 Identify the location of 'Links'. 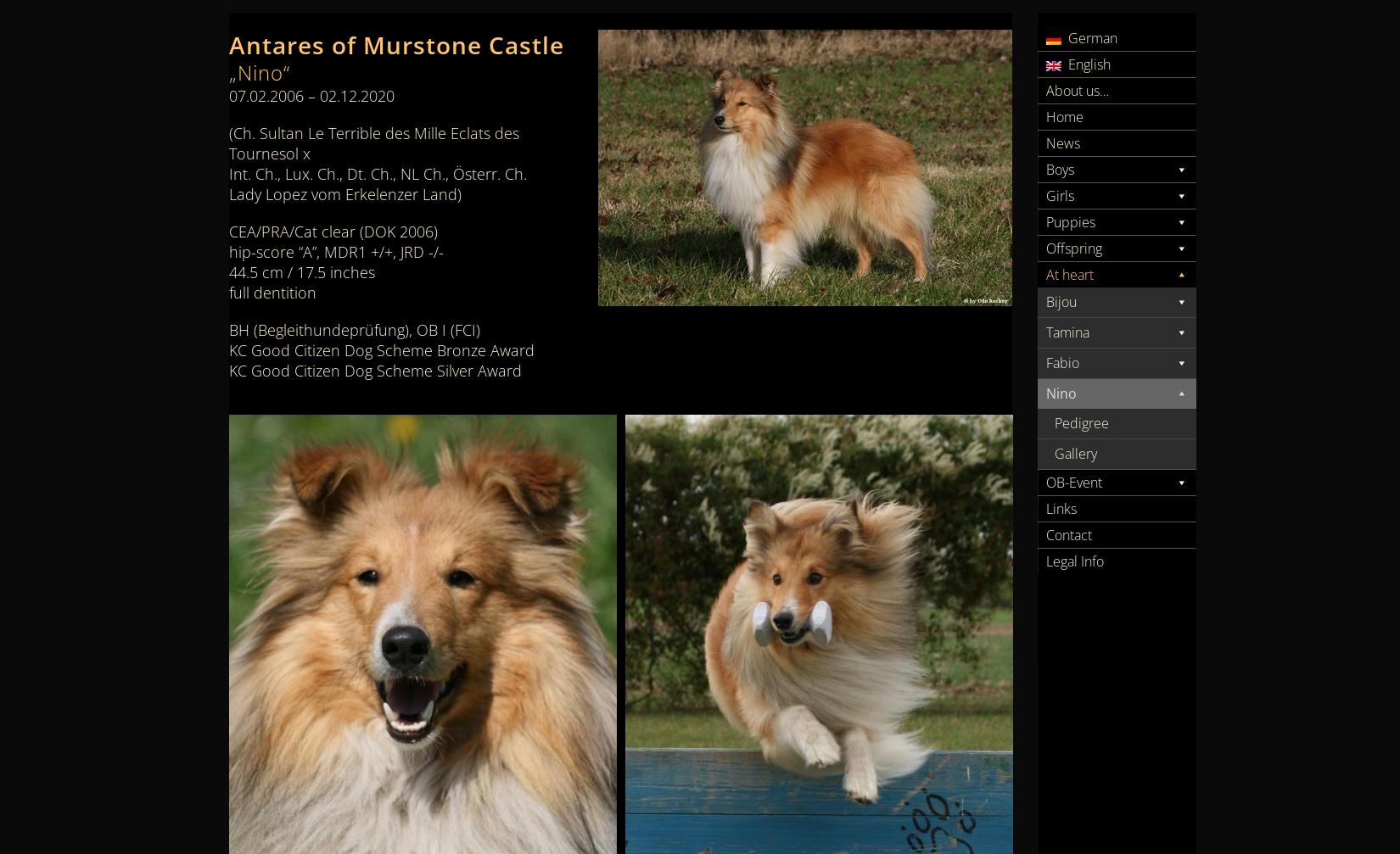
(1061, 507).